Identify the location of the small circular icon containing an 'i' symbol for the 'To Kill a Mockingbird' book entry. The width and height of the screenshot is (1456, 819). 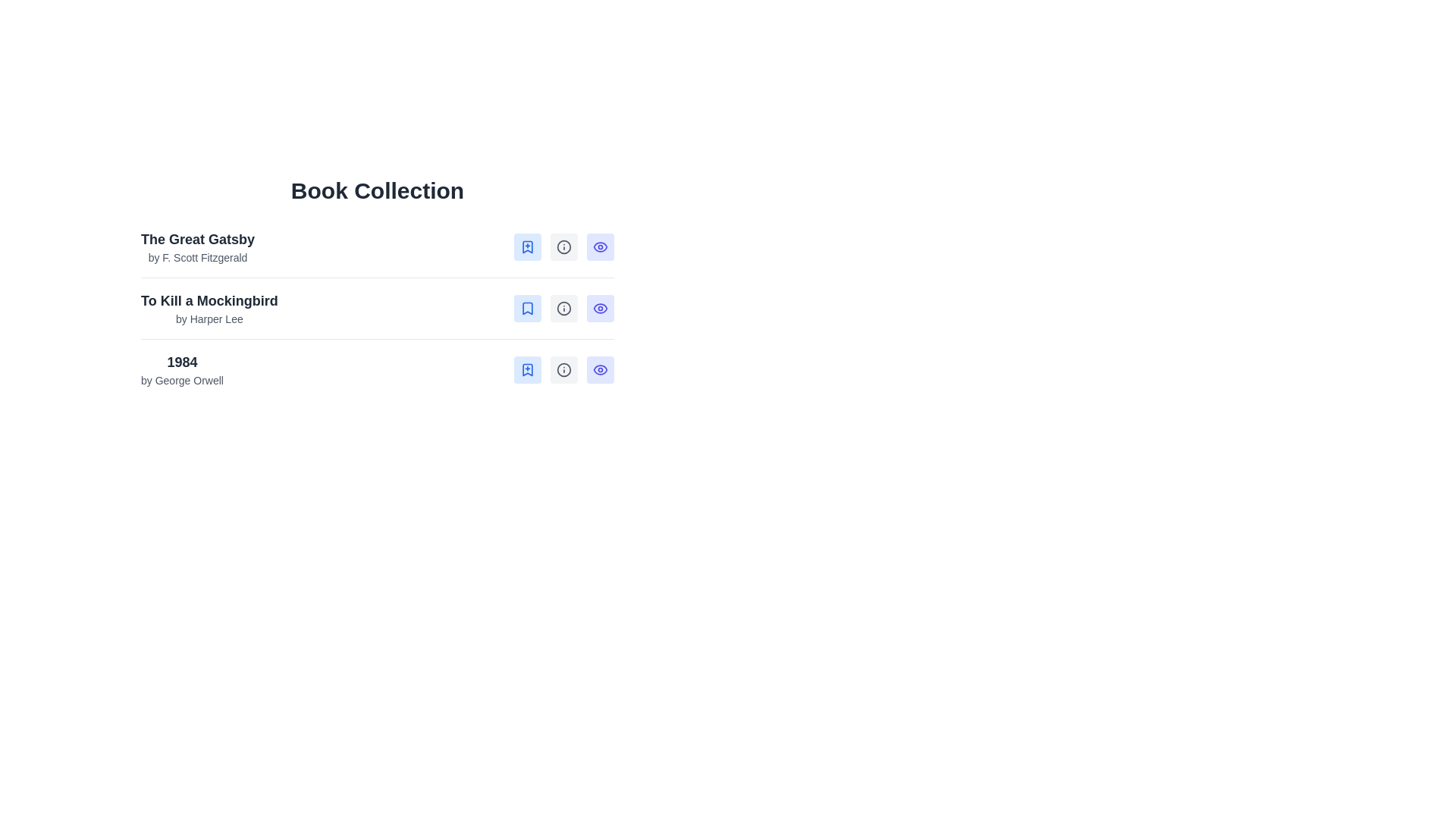
(563, 308).